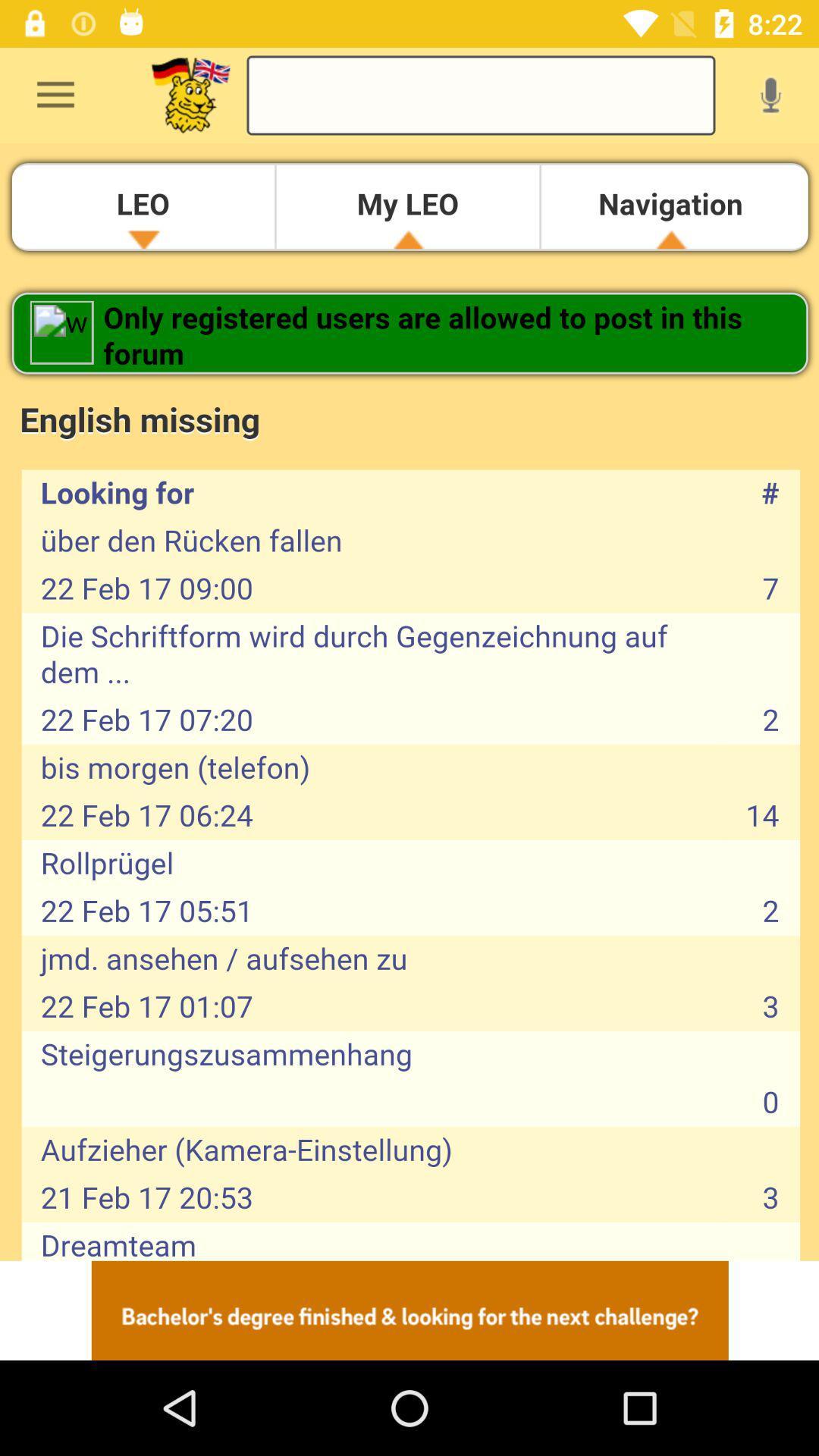 This screenshot has width=819, height=1456. Describe the element at coordinates (481, 94) in the screenshot. I see `text field` at that location.